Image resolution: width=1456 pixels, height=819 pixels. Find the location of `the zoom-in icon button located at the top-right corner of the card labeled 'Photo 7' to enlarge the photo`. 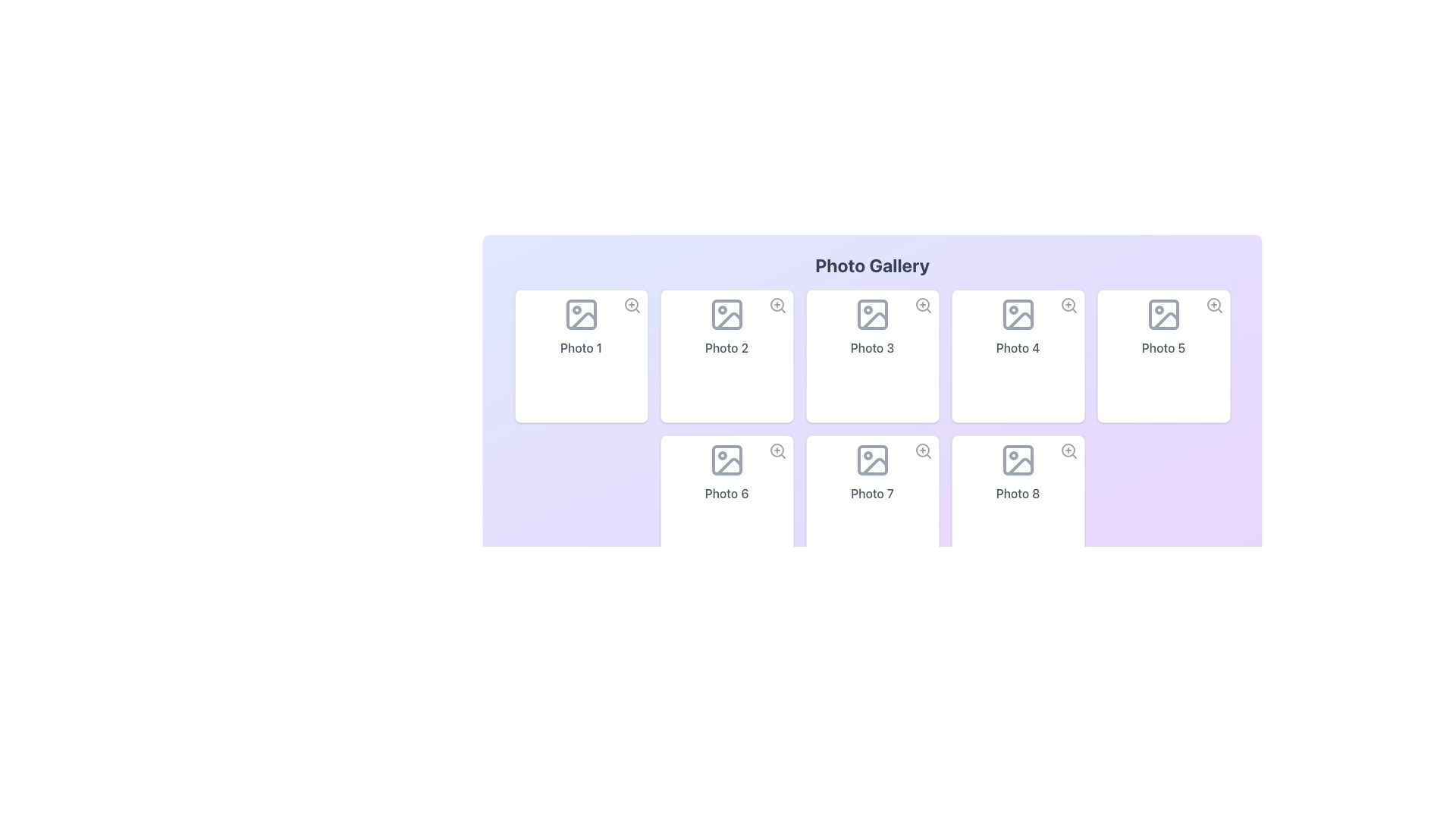

the zoom-in icon button located at the top-right corner of the card labeled 'Photo 7' to enlarge the photo is located at coordinates (922, 450).